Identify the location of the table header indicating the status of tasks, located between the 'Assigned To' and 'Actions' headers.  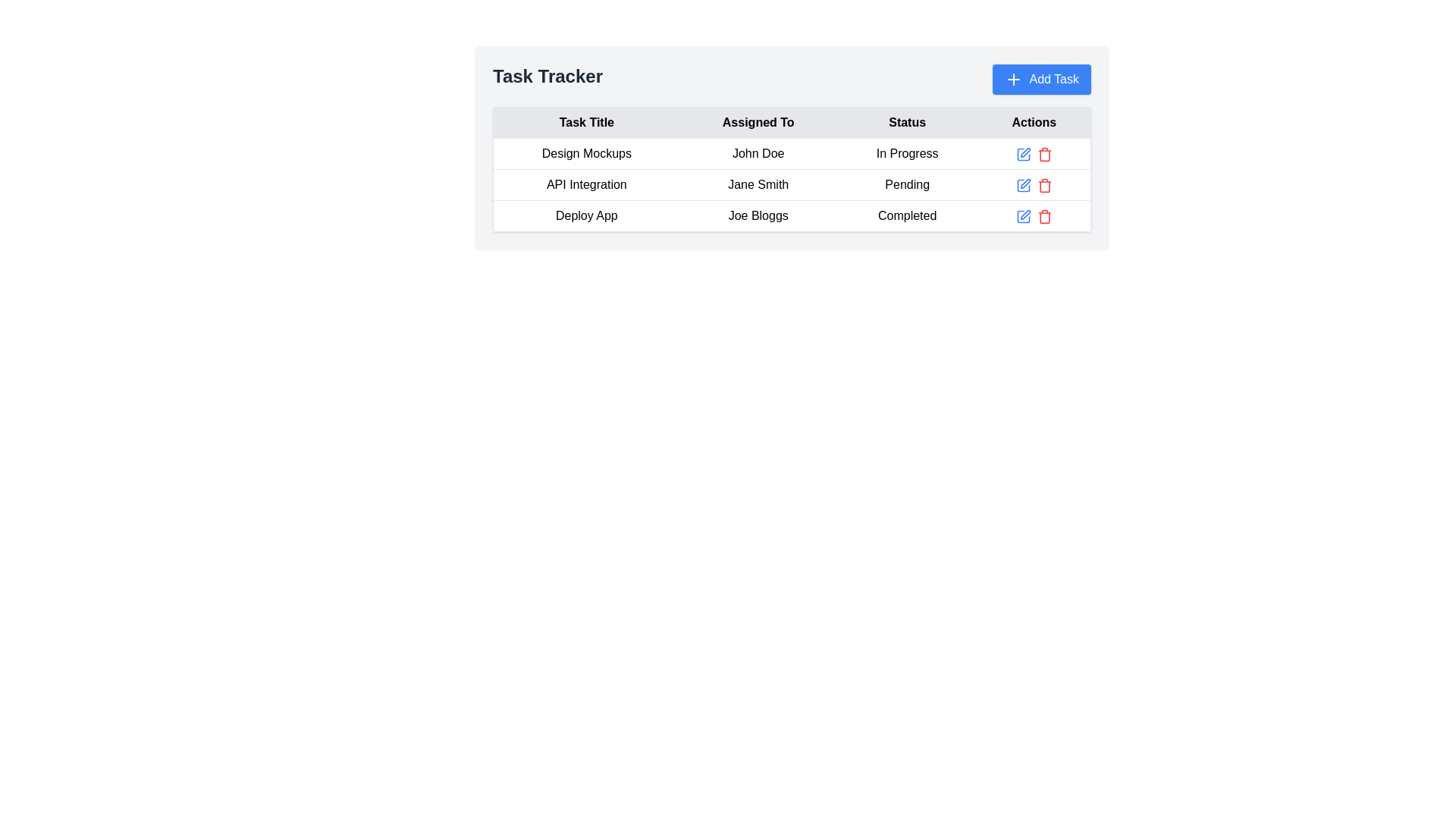
(907, 122).